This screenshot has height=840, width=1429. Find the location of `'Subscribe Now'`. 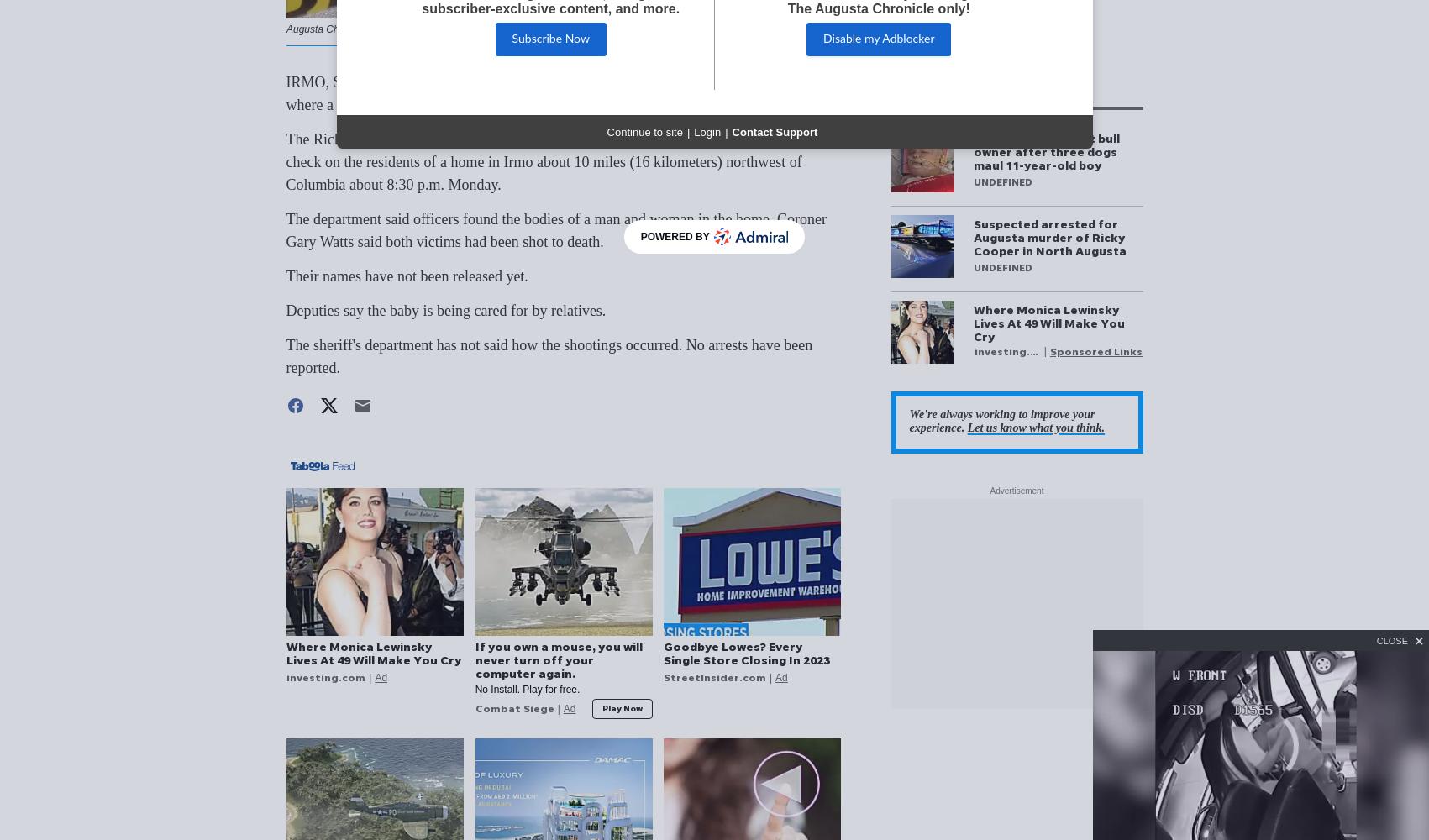

'Subscribe Now' is located at coordinates (549, 39).